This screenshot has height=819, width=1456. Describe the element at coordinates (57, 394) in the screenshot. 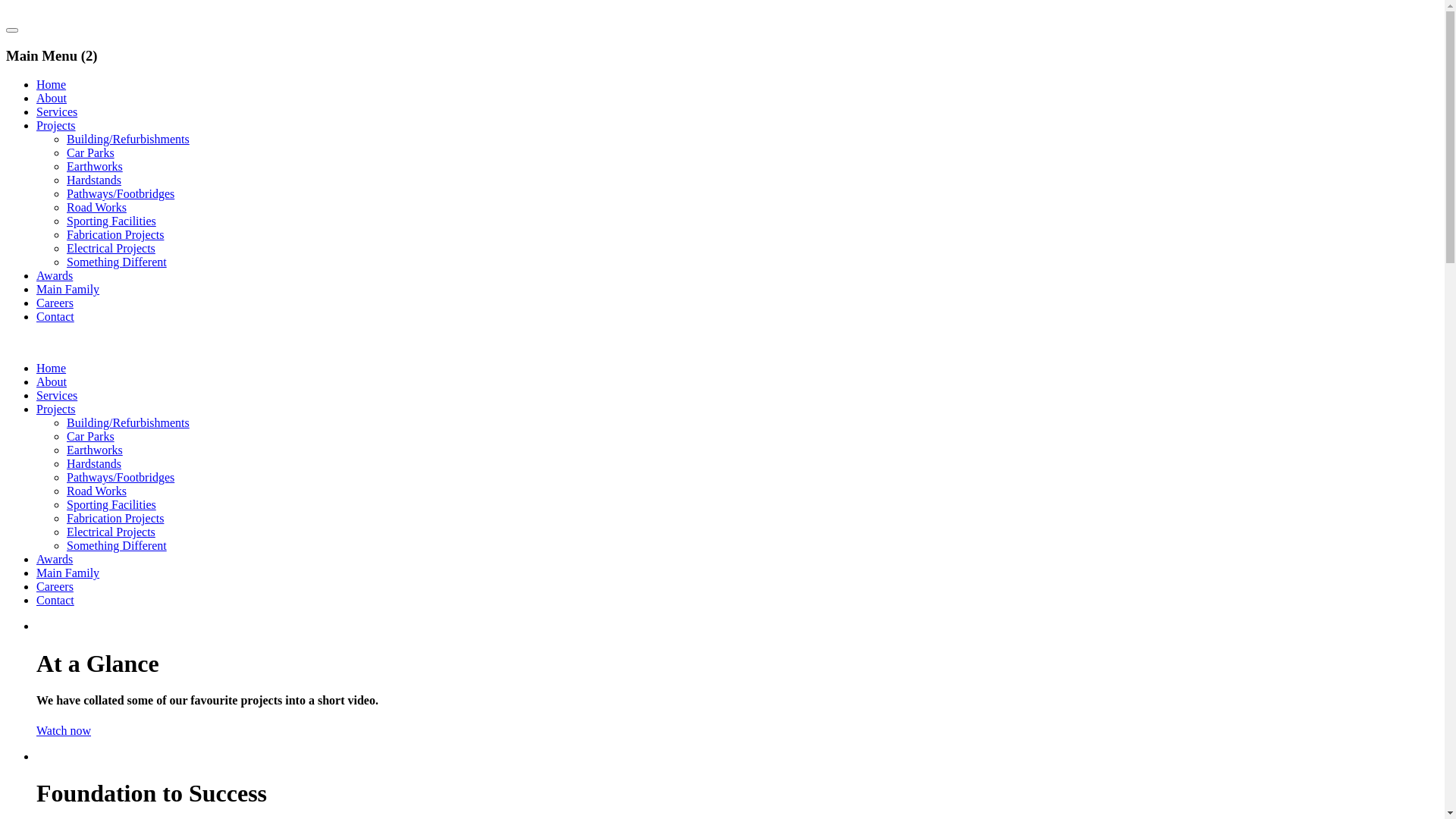

I see `'Services'` at that location.